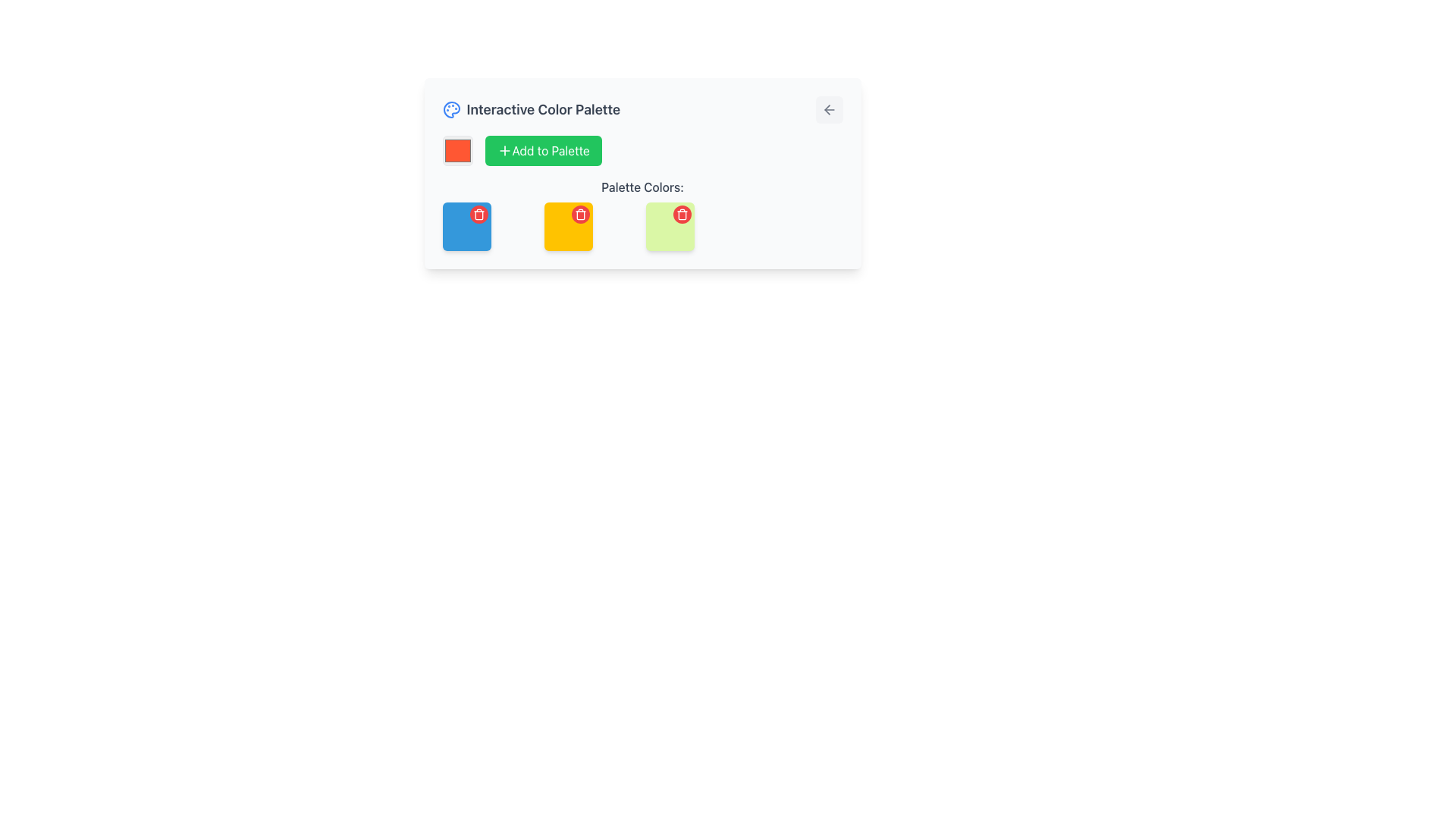  What do you see at coordinates (567, 227) in the screenshot?
I see `the red circular delete button with a trash icon in the second slot of the interactive color palette` at bounding box center [567, 227].